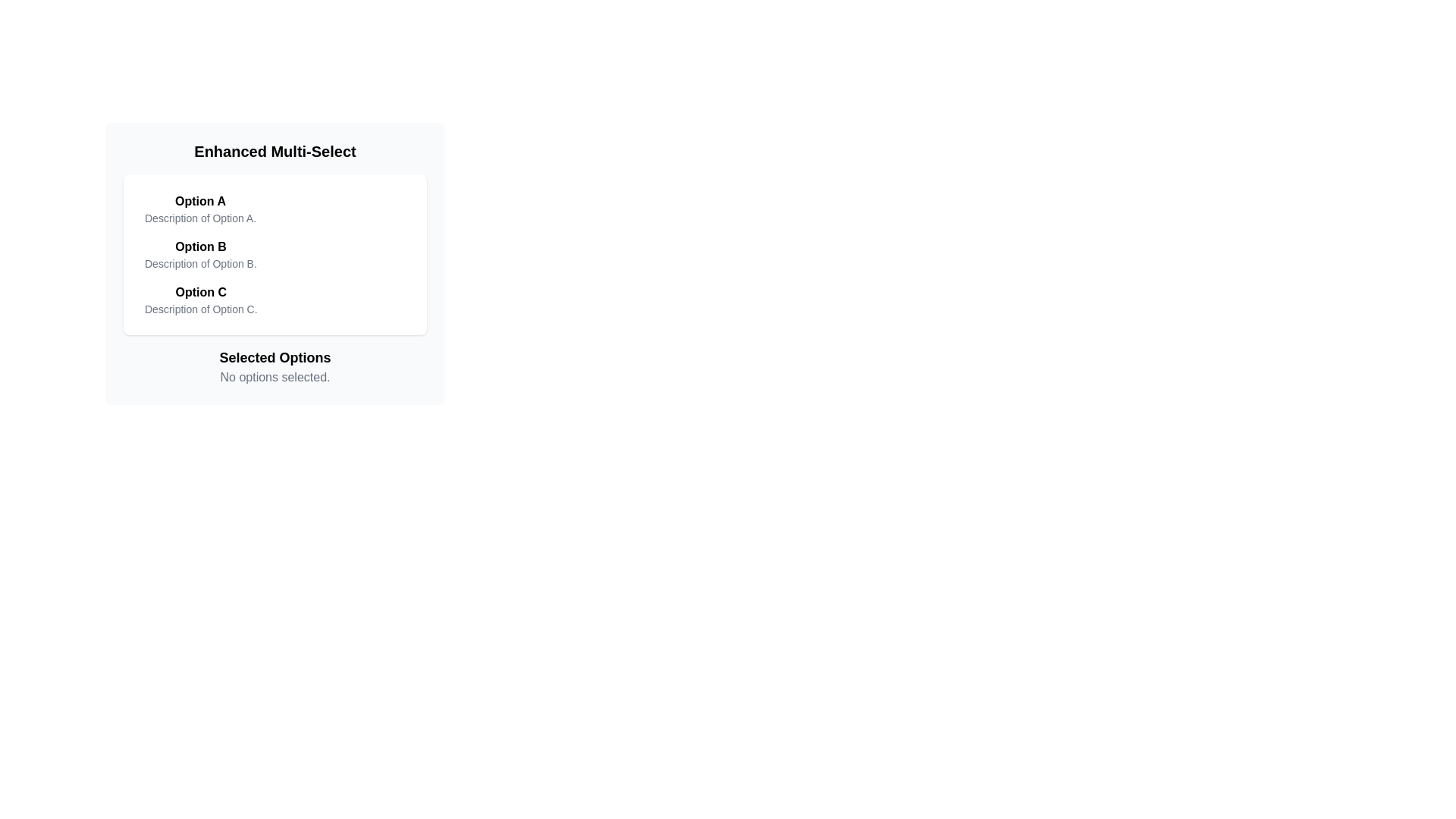 This screenshot has width=1456, height=819. I want to click on on the second option 'Option B' in the 'Enhanced Multi-Select' list located on the left side of the interface, so click(199, 253).